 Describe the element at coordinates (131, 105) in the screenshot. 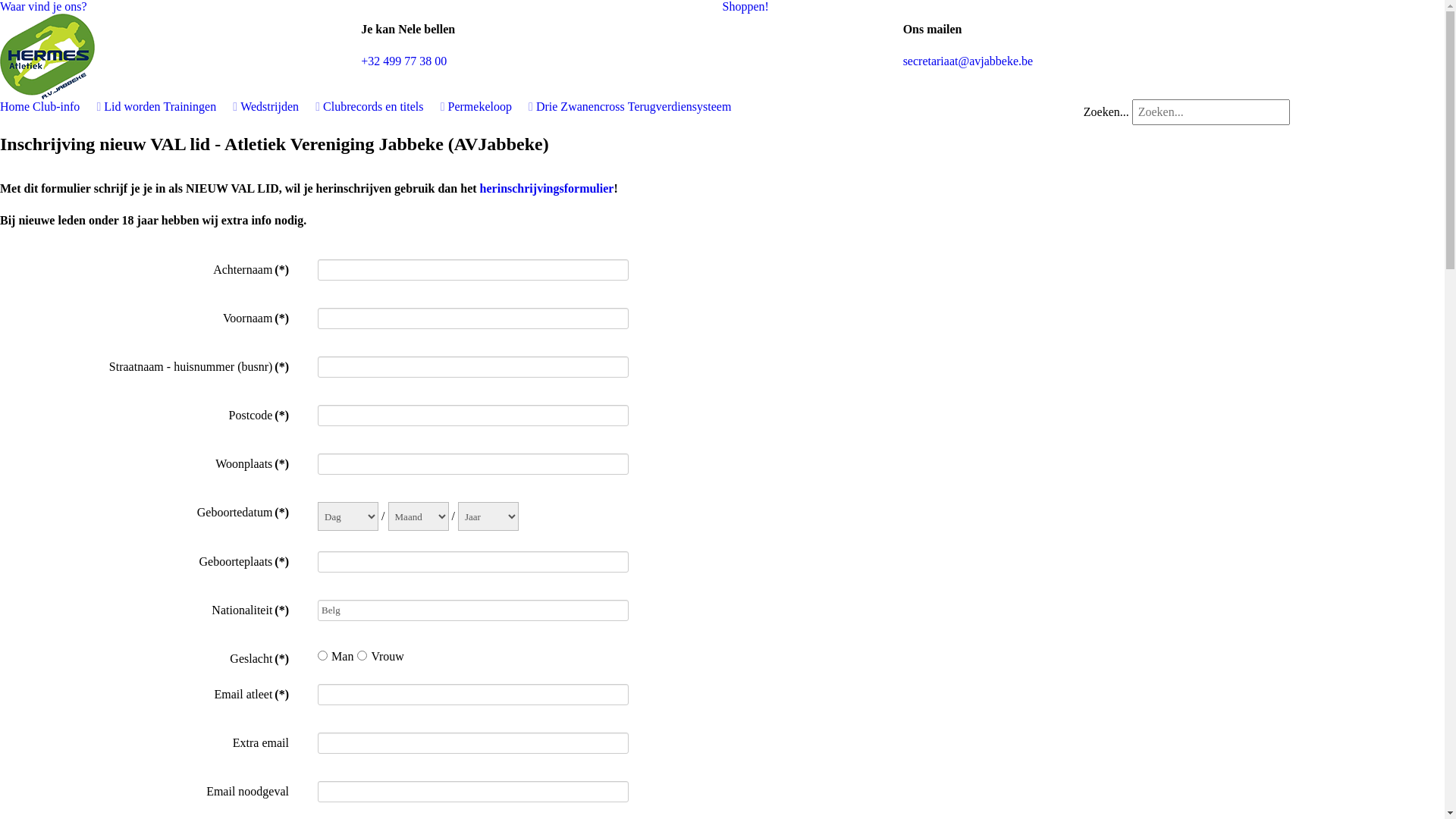

I see `'Lid worden'` at that location.